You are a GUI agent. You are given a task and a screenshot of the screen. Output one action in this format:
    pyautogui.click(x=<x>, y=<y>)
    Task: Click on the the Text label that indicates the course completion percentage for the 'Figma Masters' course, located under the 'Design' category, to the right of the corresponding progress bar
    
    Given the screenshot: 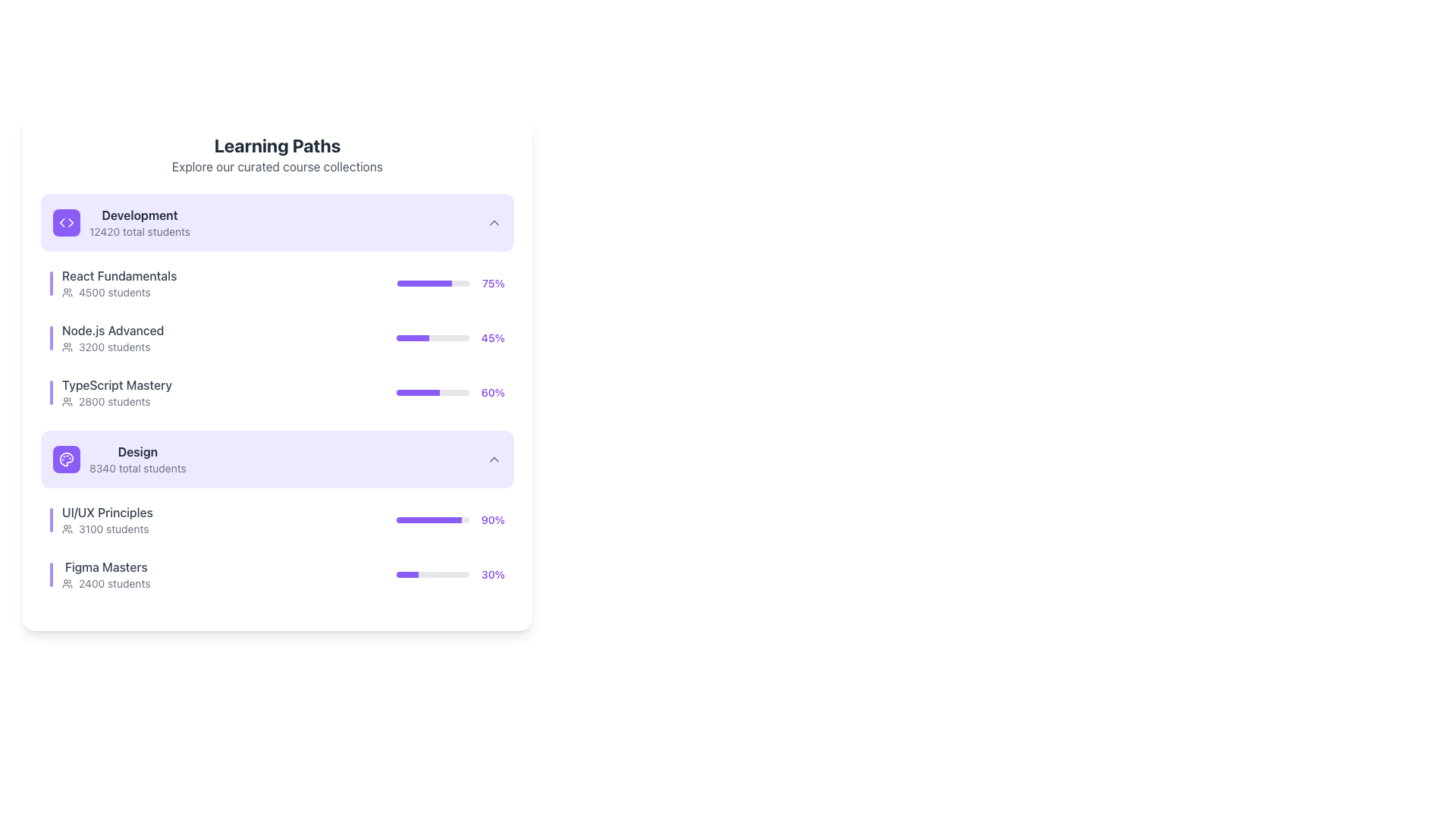 What is the action you would take?
    pyautogui.click(x=493, y=575)
    